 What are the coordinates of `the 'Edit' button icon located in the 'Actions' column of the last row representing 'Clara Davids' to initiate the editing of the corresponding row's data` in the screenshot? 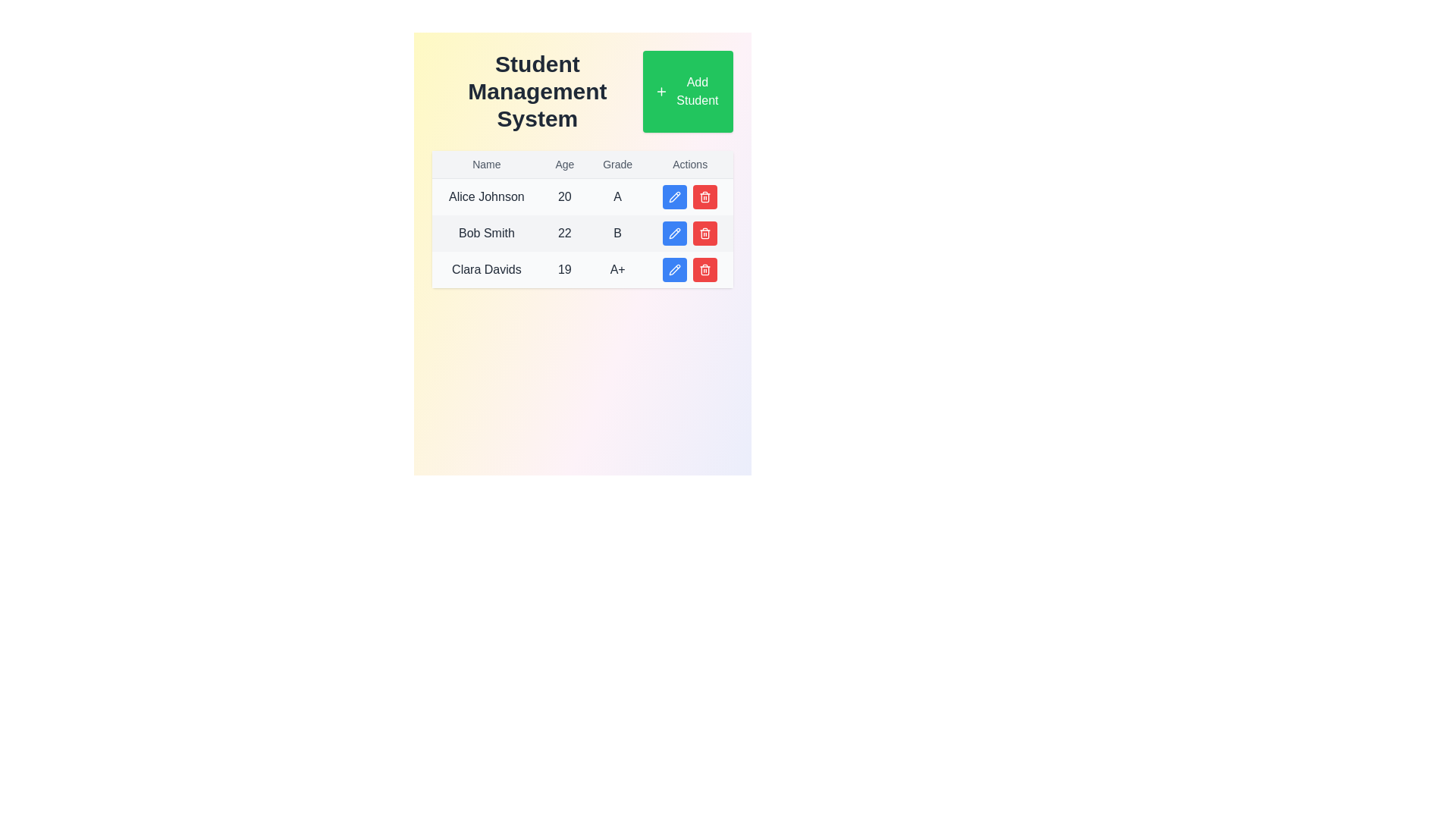 It's located at (674, 268).